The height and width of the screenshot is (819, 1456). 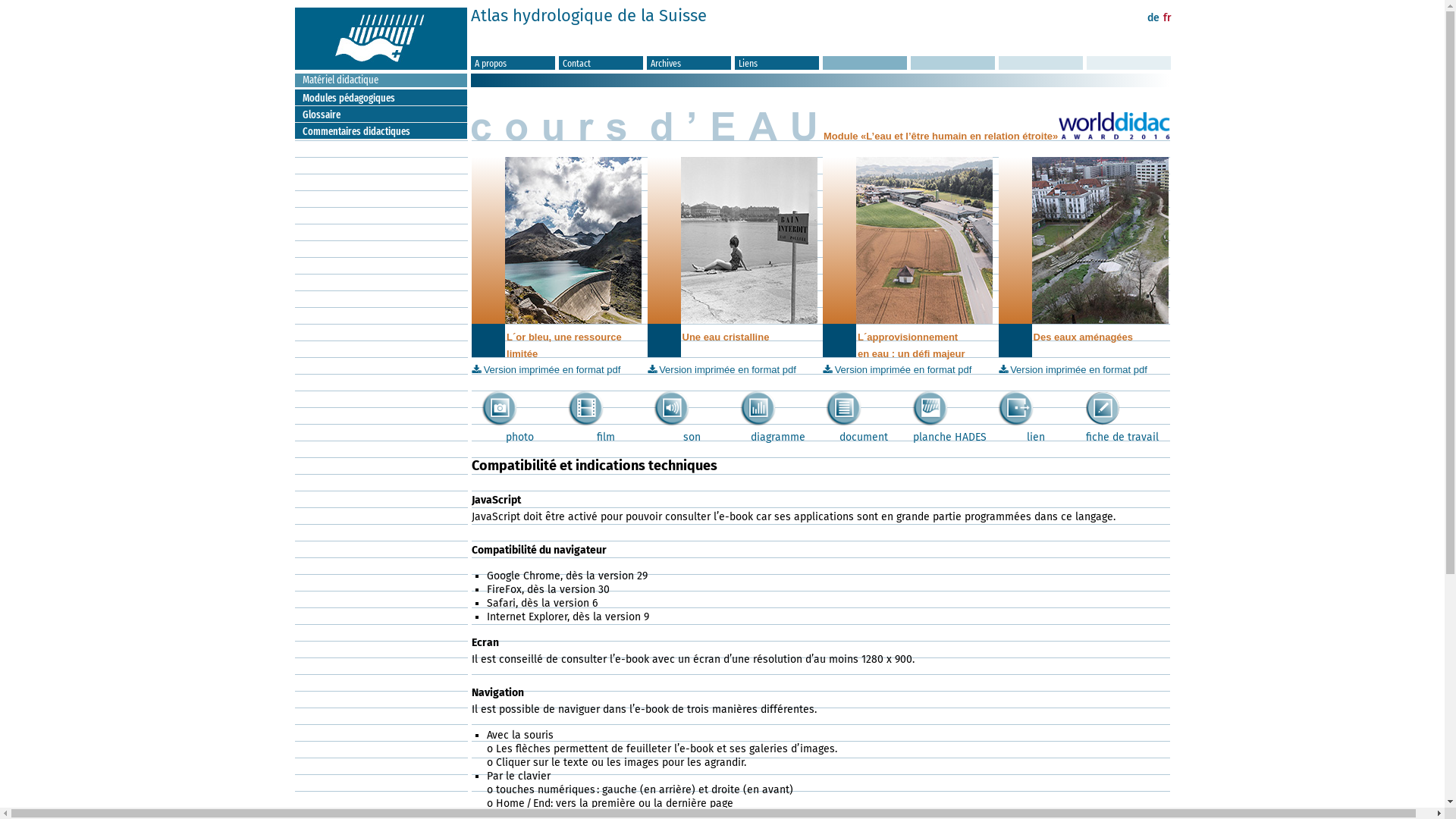 I want to click on 'bouton son', so click(x=654, y=407).